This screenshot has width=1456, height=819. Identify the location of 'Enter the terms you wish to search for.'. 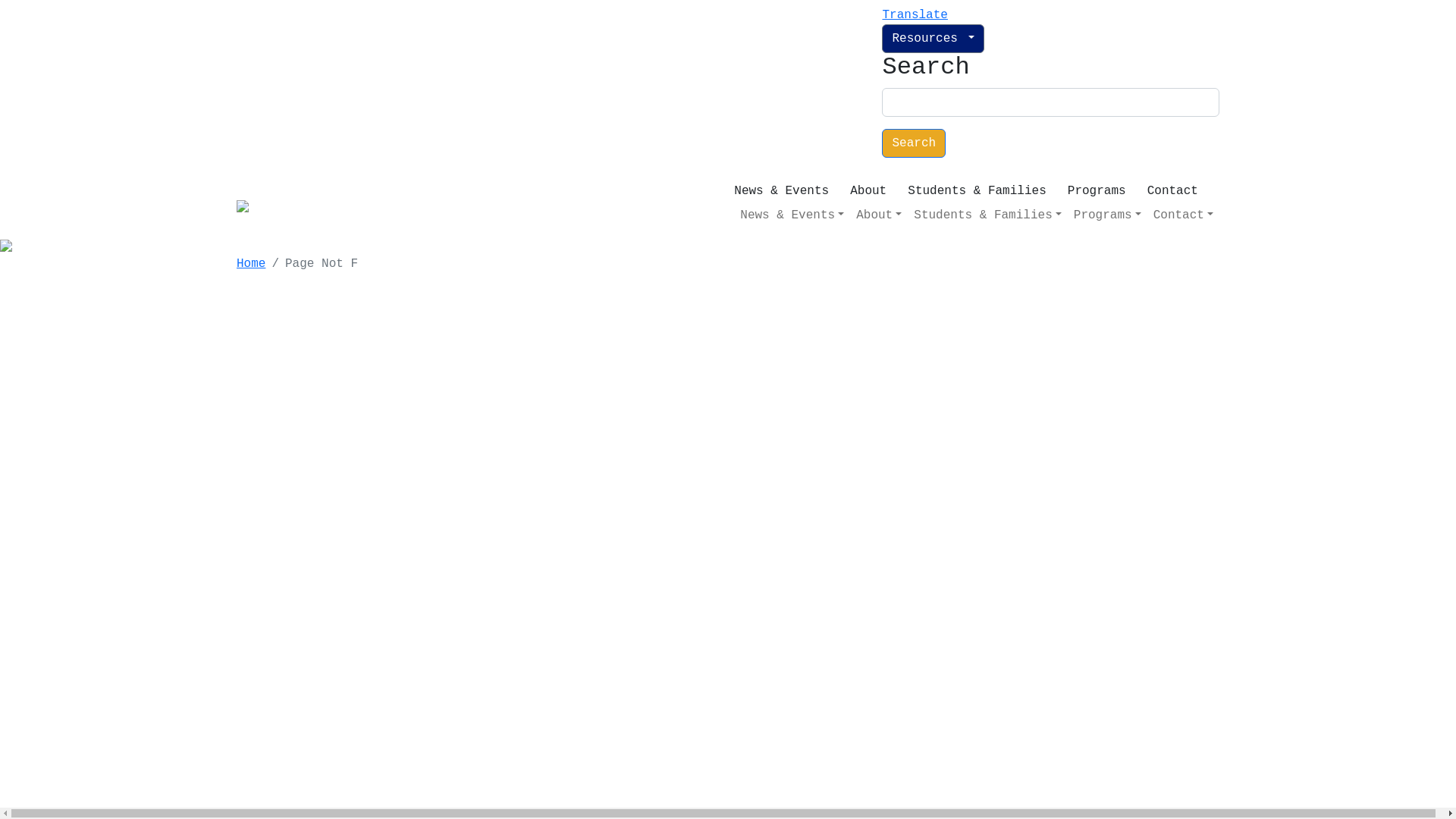
(1050, 102).